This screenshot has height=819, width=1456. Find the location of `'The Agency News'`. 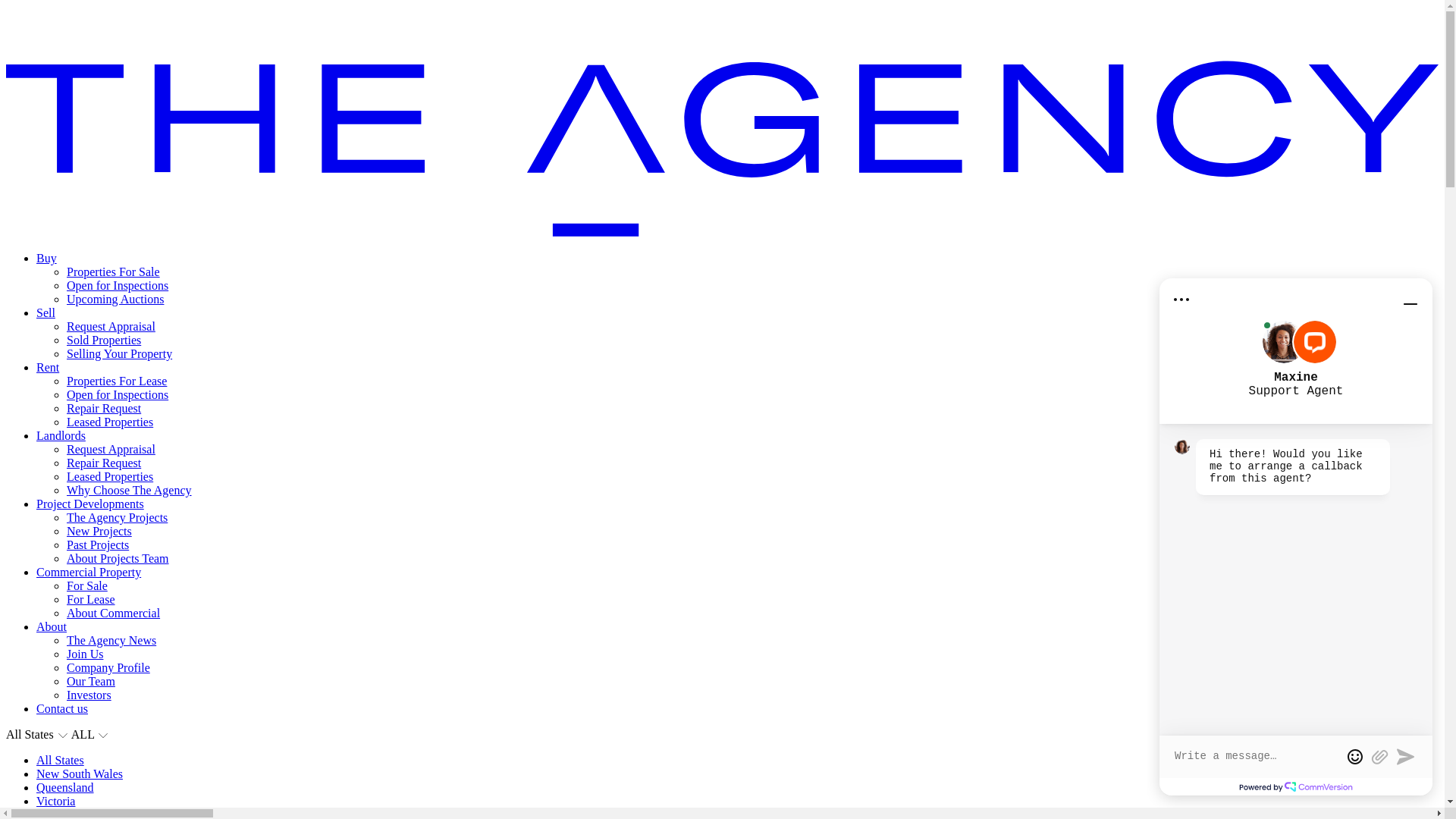

'The Agency News' is located at coordinates (111, 640).